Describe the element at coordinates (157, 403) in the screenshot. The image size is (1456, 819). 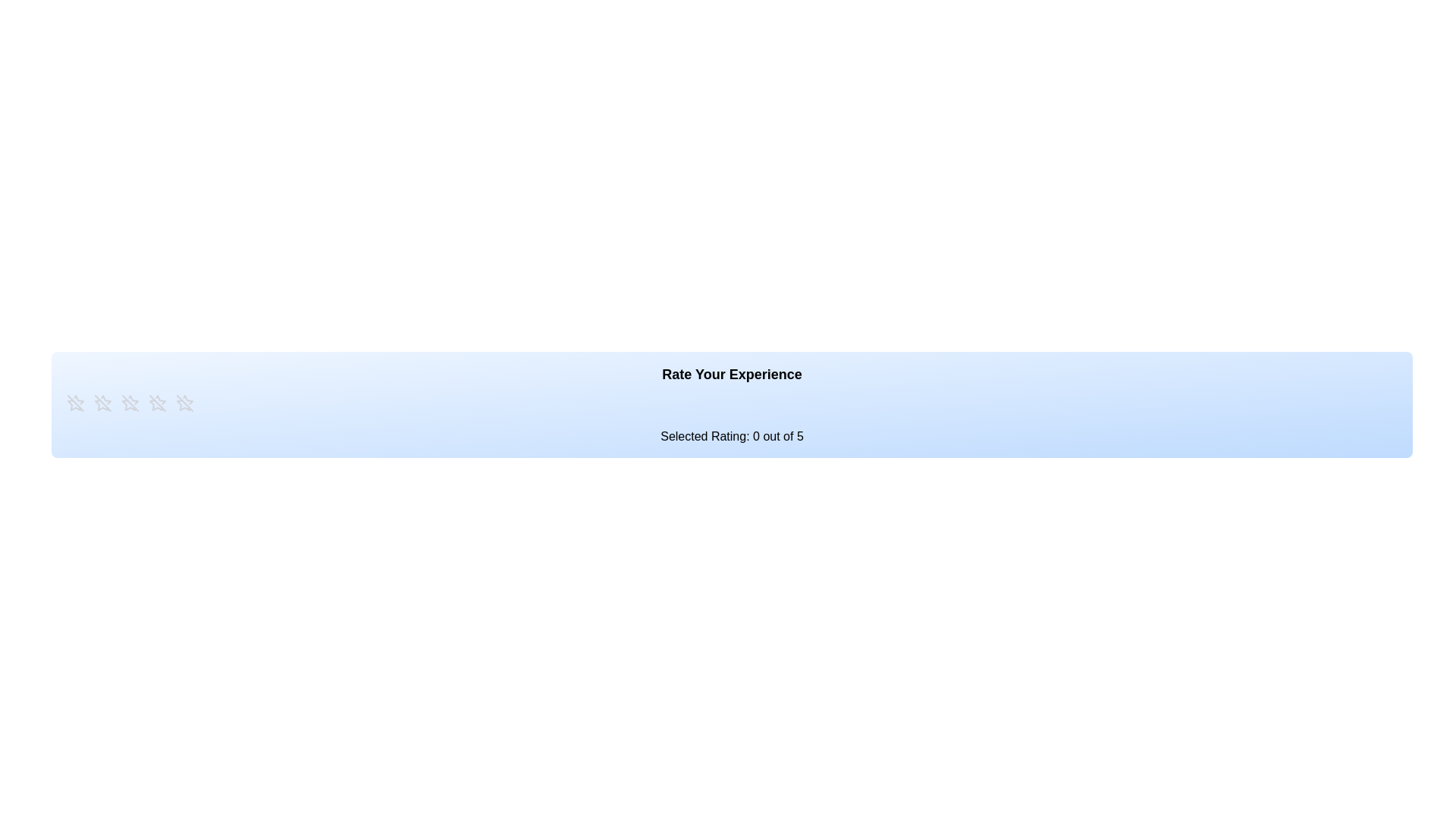
I see `the star corresponding to 4 stars to preview the rating` at that location.